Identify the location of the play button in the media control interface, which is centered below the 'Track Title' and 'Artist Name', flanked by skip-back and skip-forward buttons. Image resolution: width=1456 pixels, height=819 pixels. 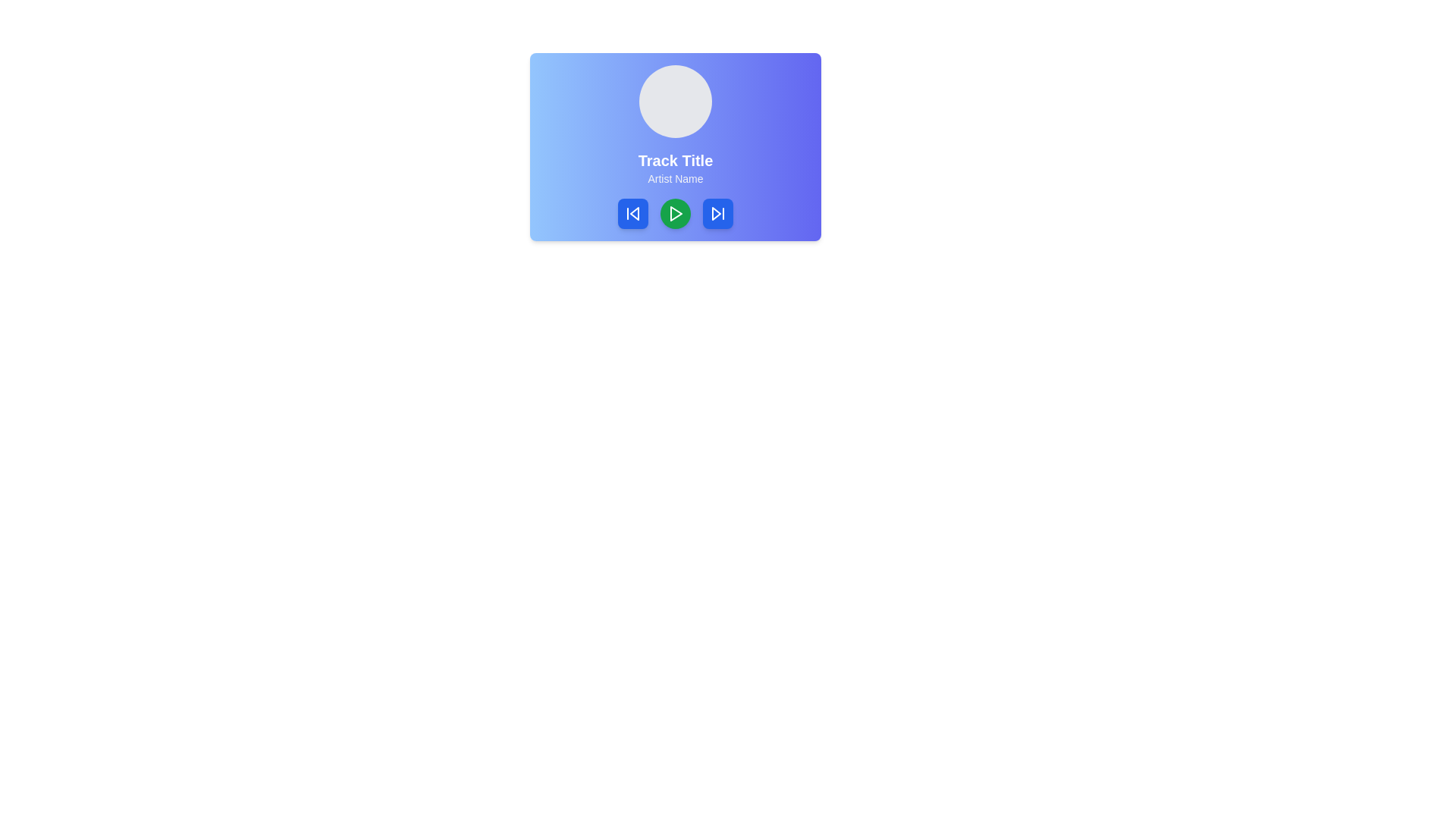
(675, 213).